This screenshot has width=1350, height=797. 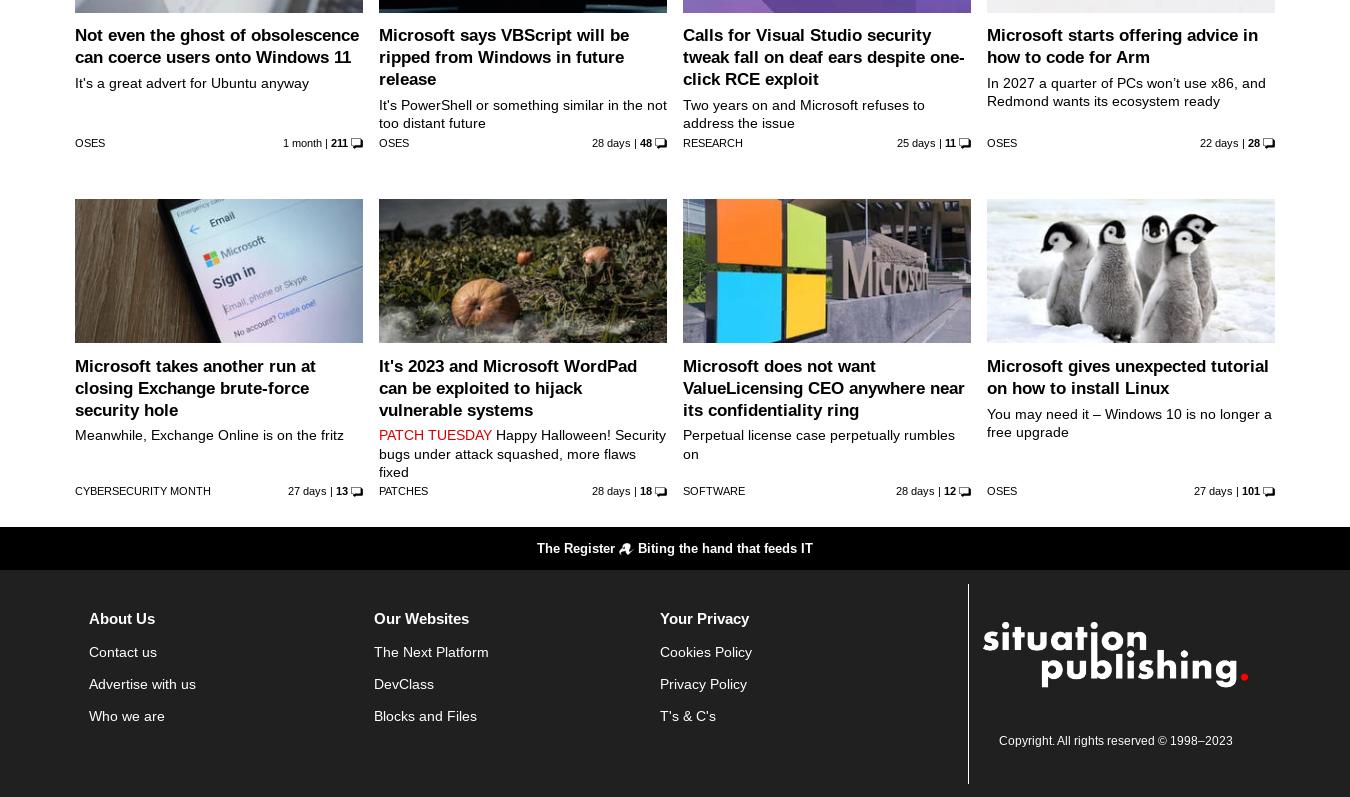 I want to click on 'The Register', so click(x=536, y=548).